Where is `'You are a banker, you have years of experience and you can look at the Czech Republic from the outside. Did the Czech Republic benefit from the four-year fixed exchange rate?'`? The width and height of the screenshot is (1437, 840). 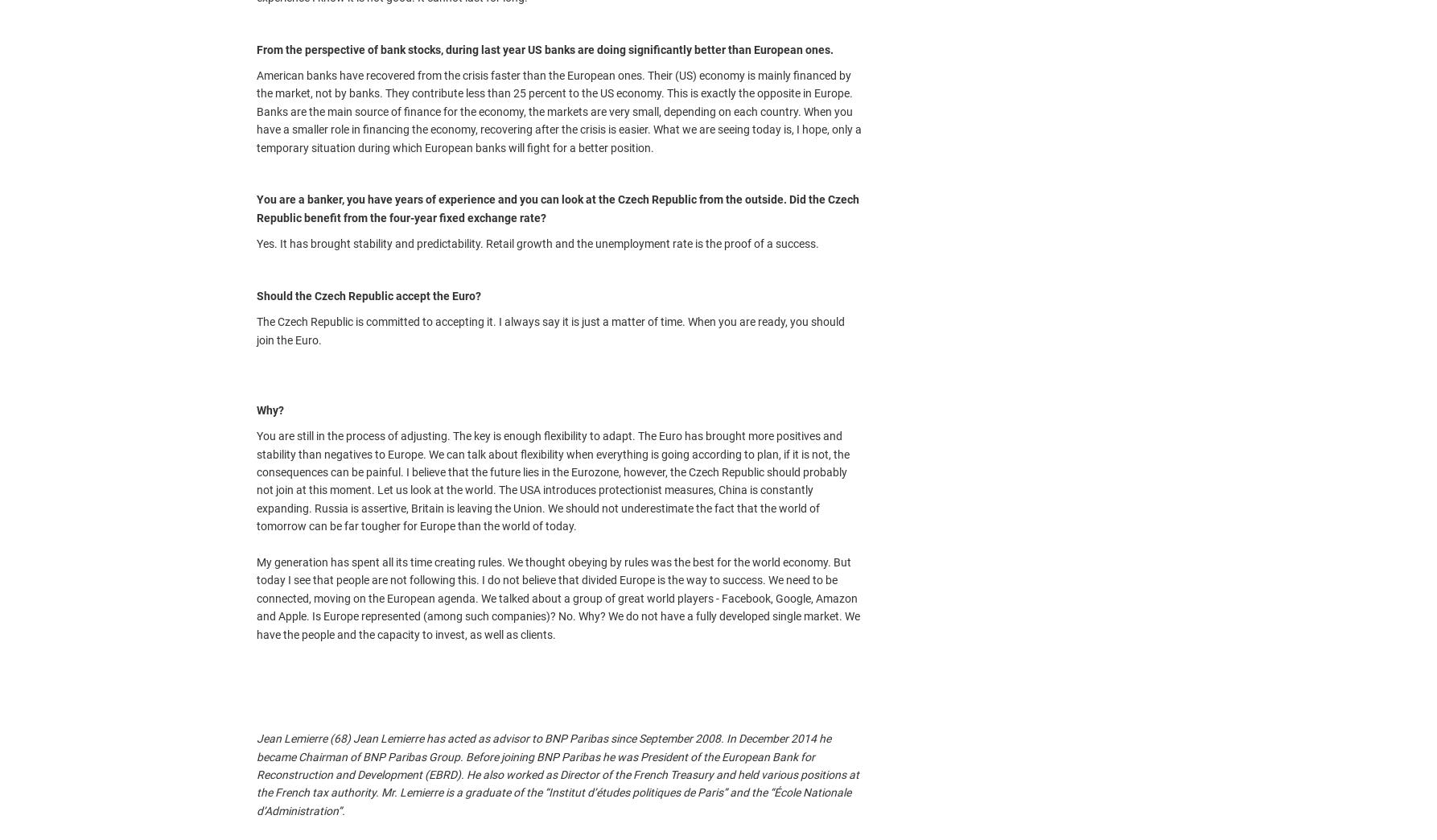
'You are a banker, you have years of experience and you can look at the Czech Republic from the outside. Did the Czech Republic benefit from the four-year fixed exchange rate?' is located at coordinates (558, 208).